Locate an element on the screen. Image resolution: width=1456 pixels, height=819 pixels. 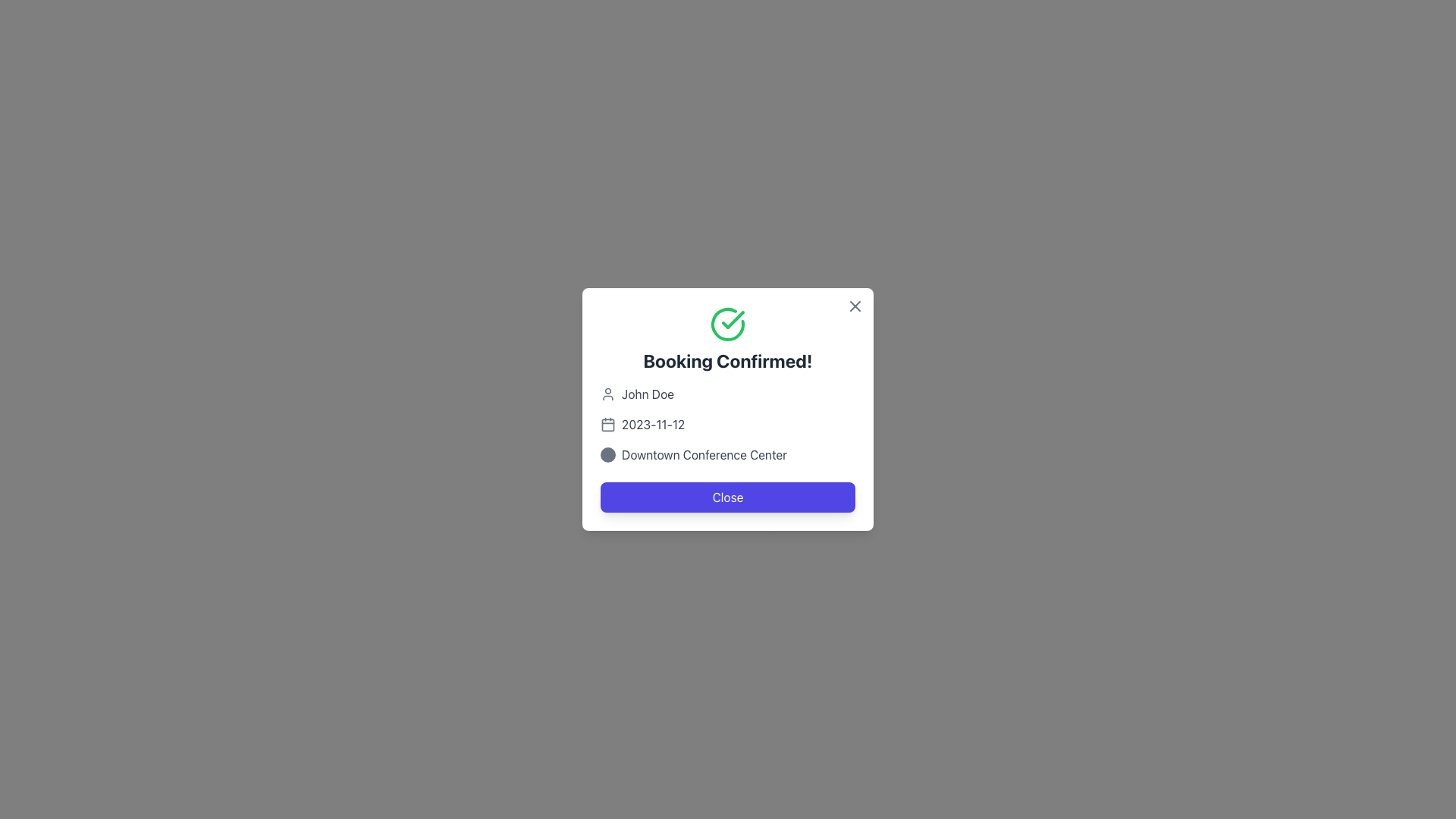
the icon that serves as a visual aid associated with the text 'Downtown Conference Center', located to the immediate left of the text within a rectangular modal window is located at coordinates (607, 454).